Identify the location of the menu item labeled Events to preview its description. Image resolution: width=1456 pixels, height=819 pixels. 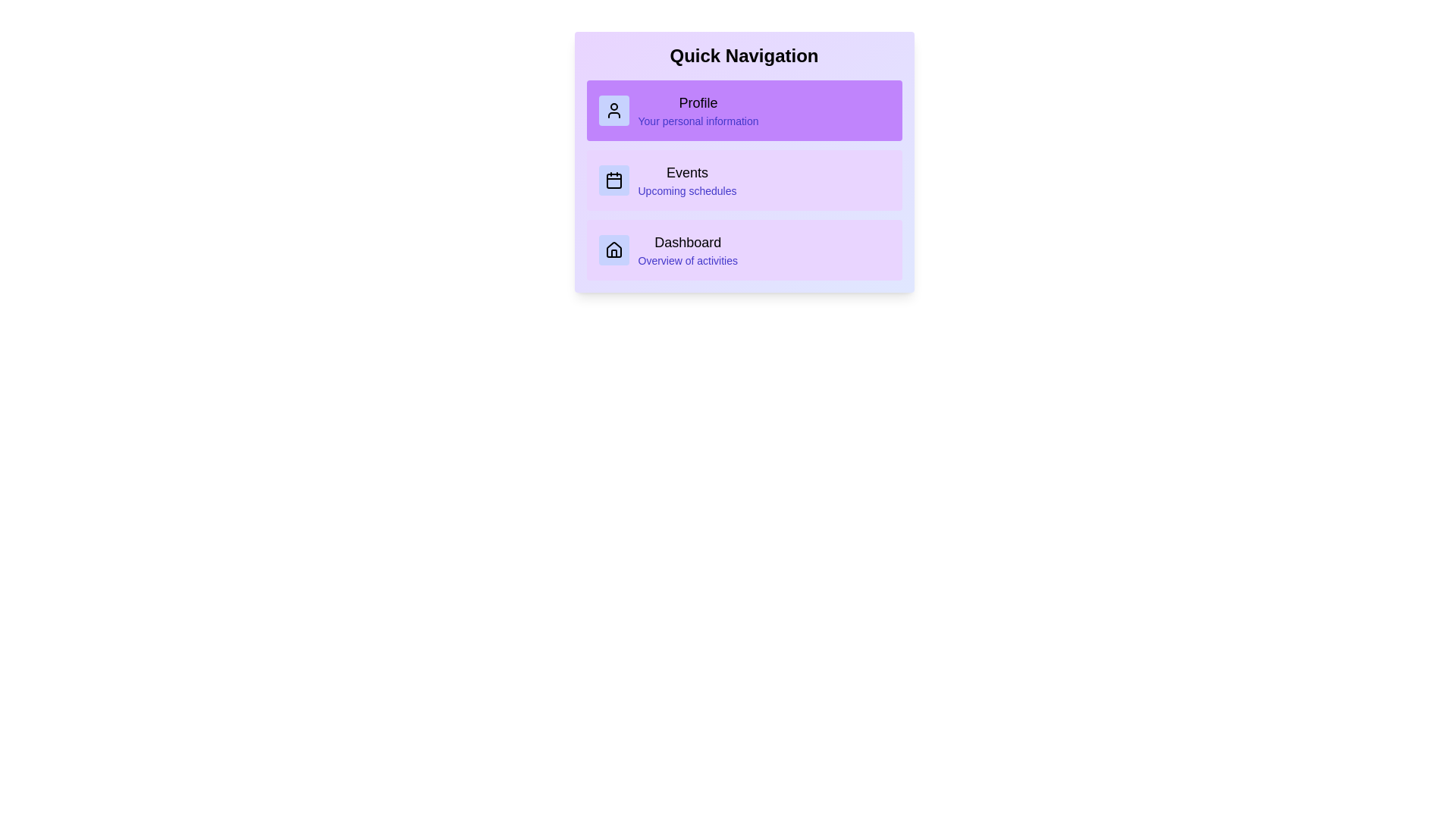
(744, 180).